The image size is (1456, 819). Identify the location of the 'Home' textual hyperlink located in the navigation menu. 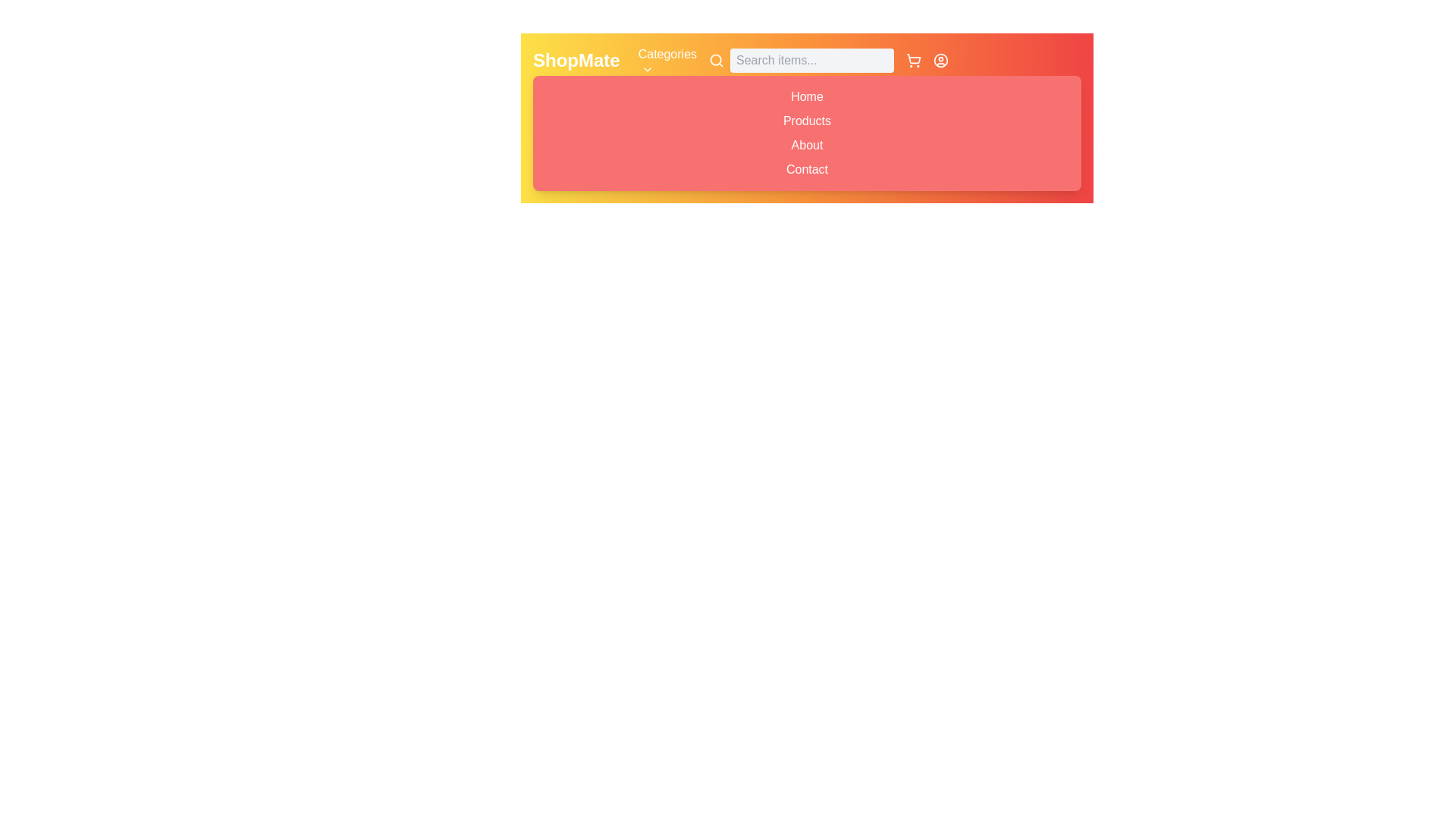
(806, 96).